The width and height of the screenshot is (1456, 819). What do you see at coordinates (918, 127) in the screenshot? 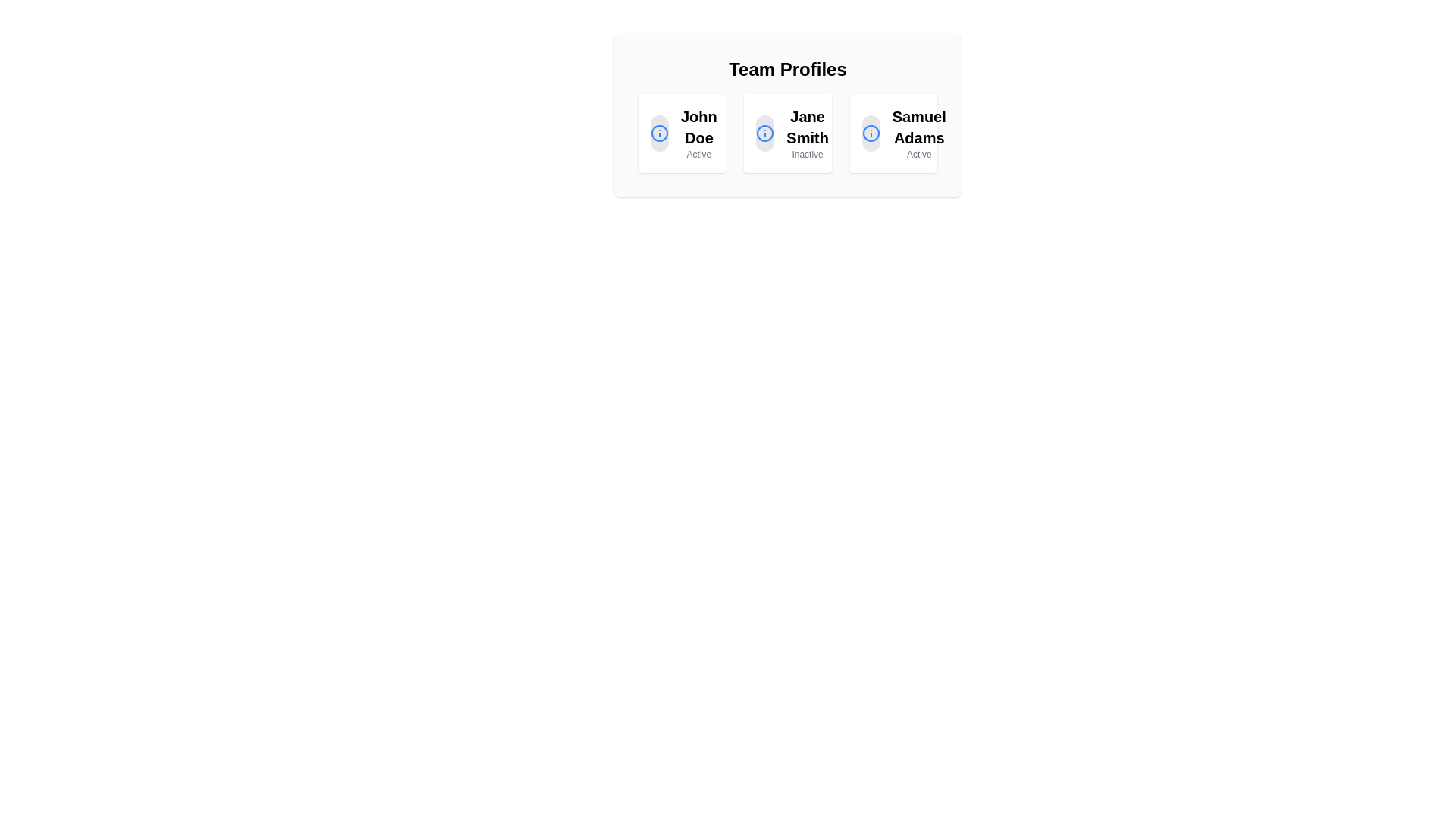
I see `the text label displaying 'Samuel Adams' in bold, located within a card below the title 'Team Profiles'` at bounding box center [918, 127].